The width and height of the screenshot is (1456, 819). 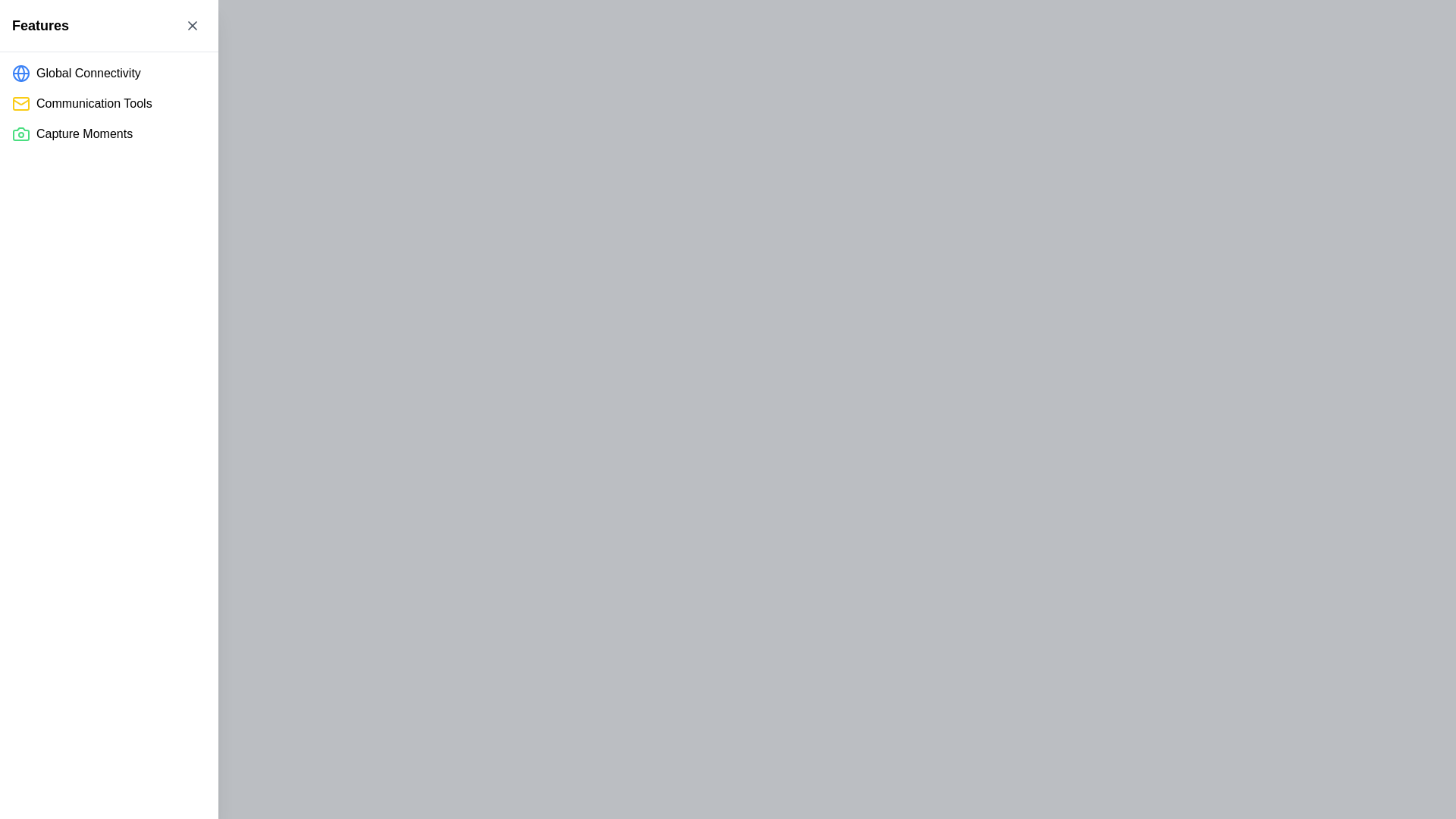 What do you see at coordinates (21, 73) in the screenshot?
I see `the globe icon styled with intersecting lines and circular outline, which is positioned beside the text 'Global Connectivity' in the sidebar` at bounding box center [21, 73].